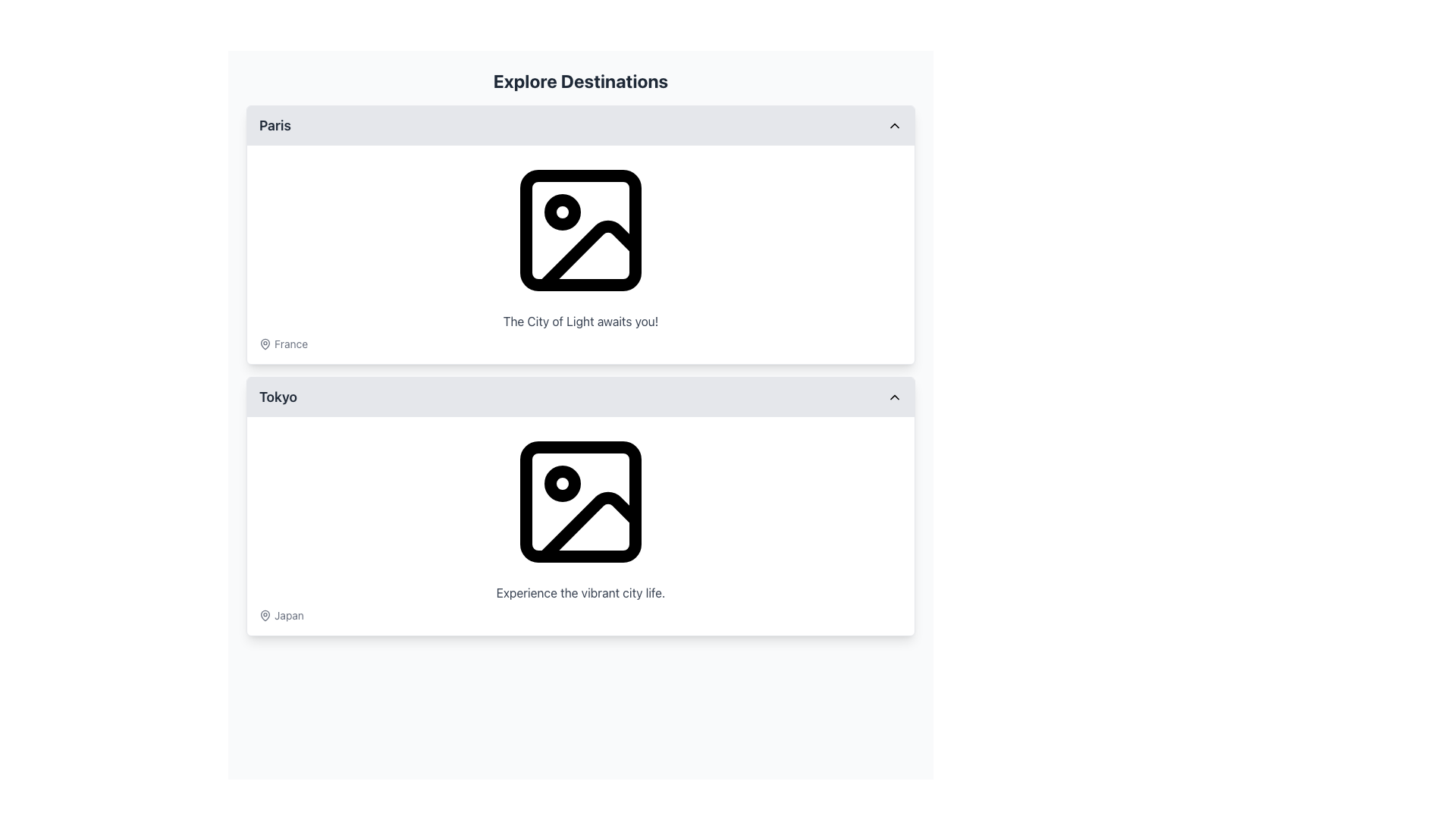 This screenshot has height=819, width=1456. I want to click on the image placeholder icon located at the top-center of the 'Paris' card layout, above the text 'The City of Light awaits you!', so click(580, 231).